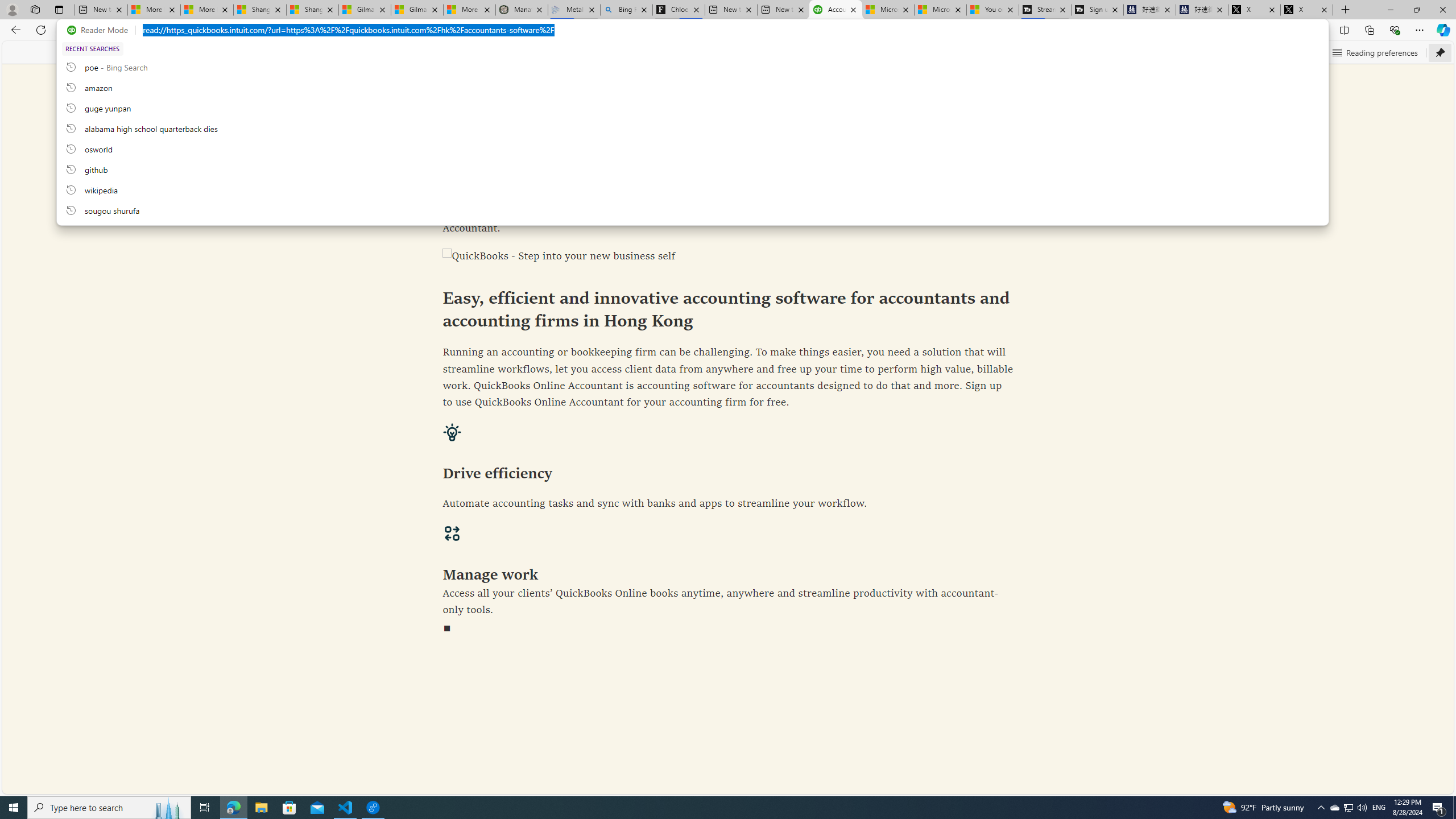  What do you see at coordinates (100, 30) in the screenshot?
I see `'Reader Mode'` at bounding box center [100, 30].